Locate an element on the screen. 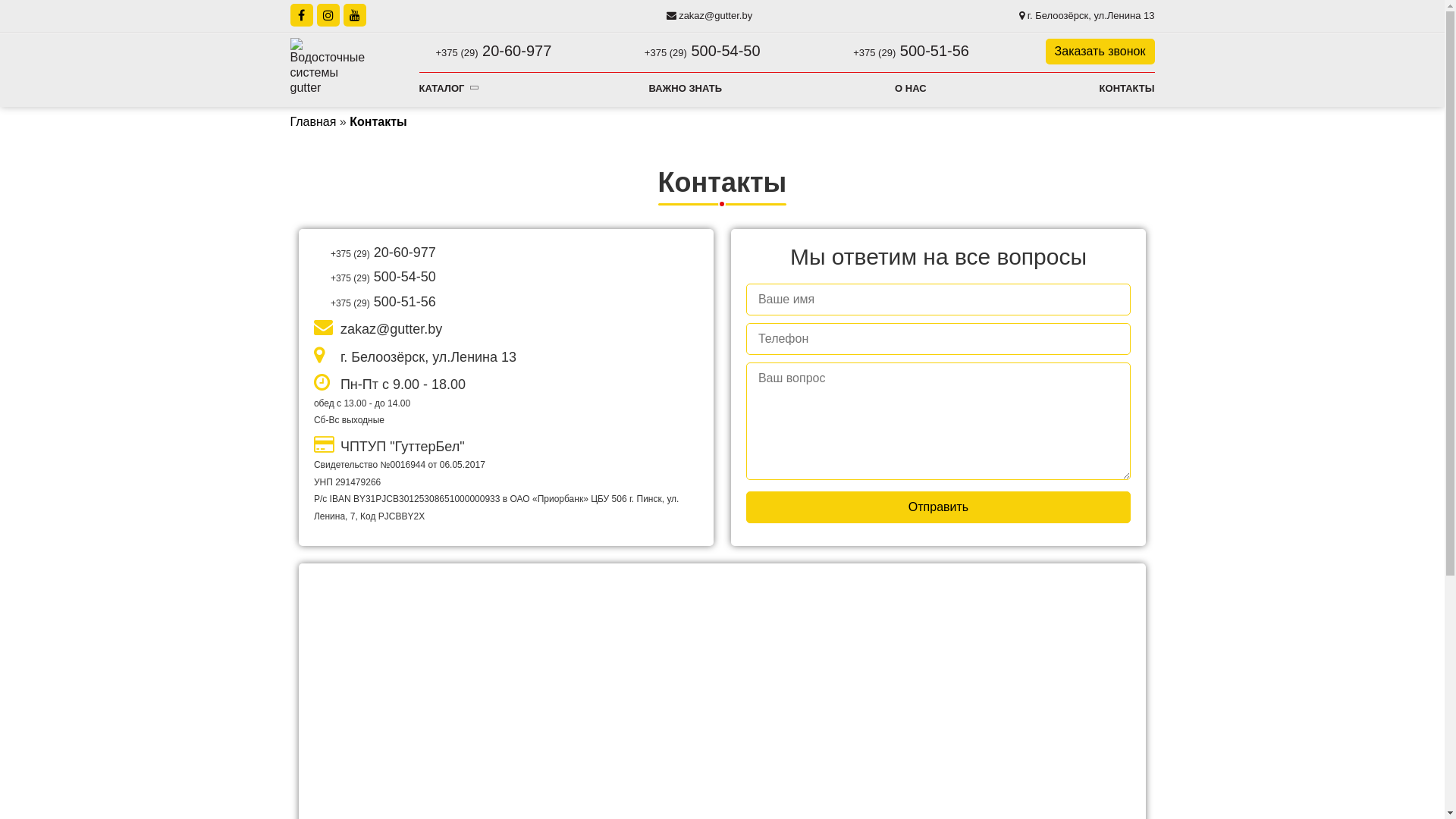  'youtube' is located at coordinates (353, 14).